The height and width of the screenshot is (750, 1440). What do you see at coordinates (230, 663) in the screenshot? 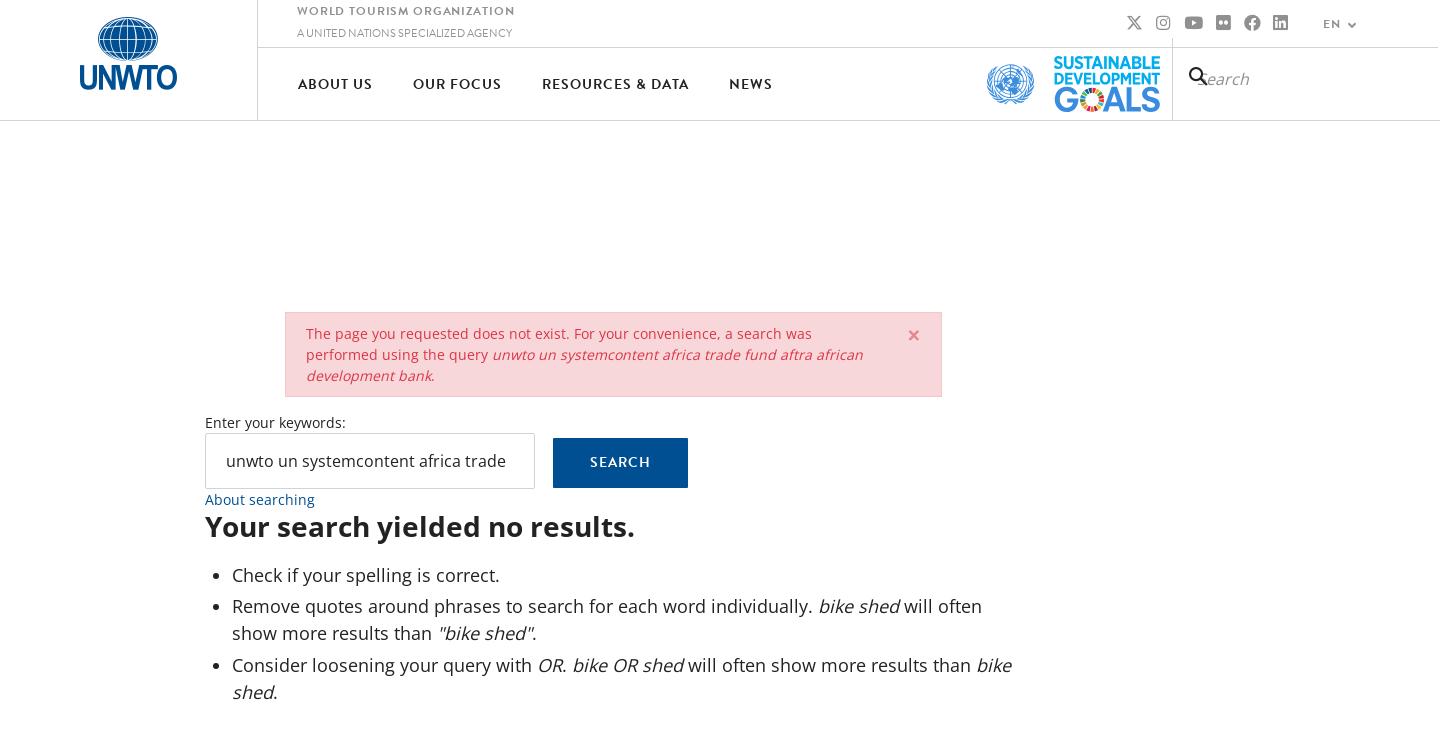
I see `'Consider loosening your query with'` at bounding box center [230, 663].